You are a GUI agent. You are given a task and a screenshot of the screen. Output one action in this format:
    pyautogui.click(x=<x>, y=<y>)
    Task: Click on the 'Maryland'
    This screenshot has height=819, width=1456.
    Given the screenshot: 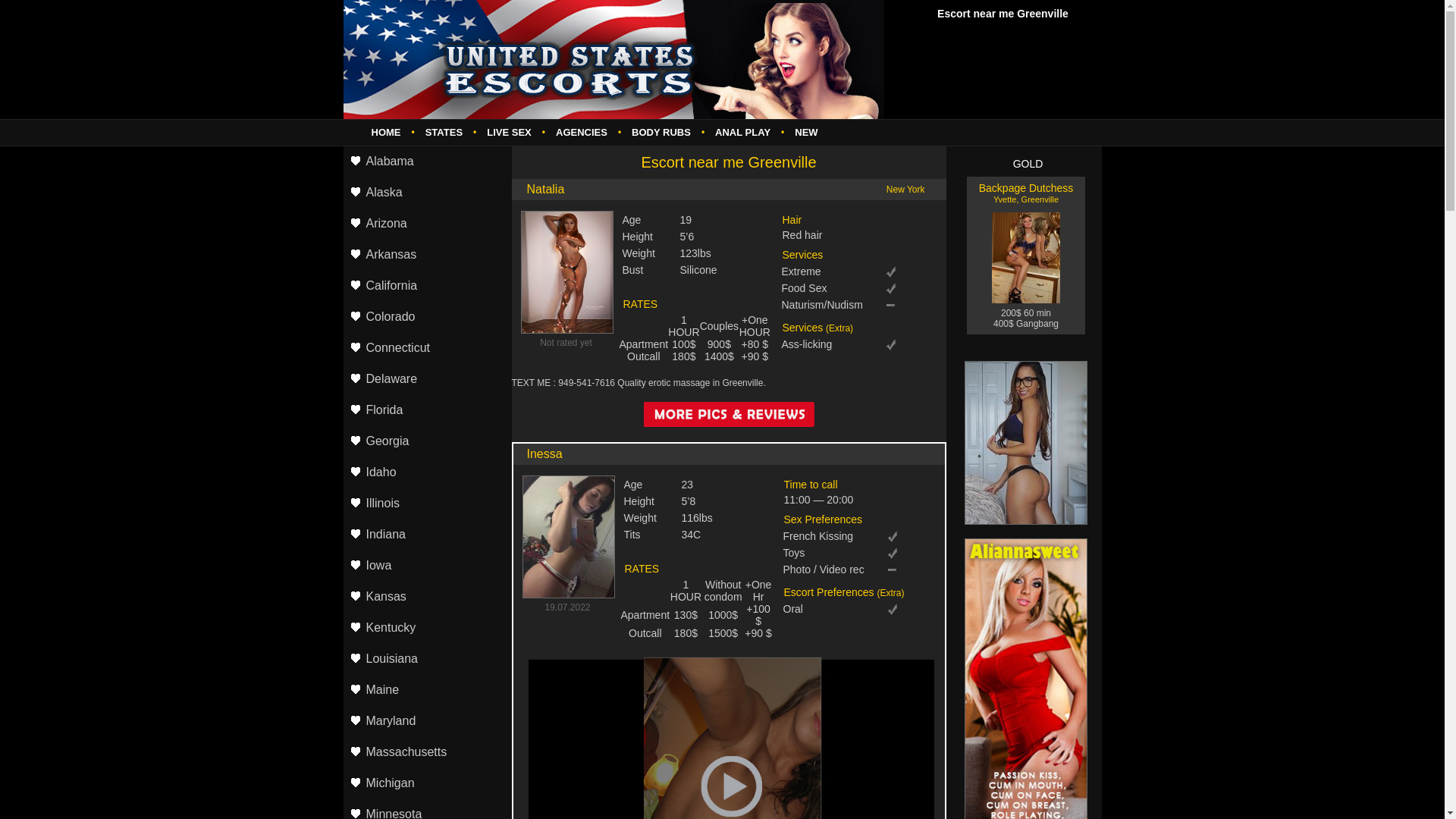 What is the action you would take?
    pyautogui.click(x=425, y=720)
    